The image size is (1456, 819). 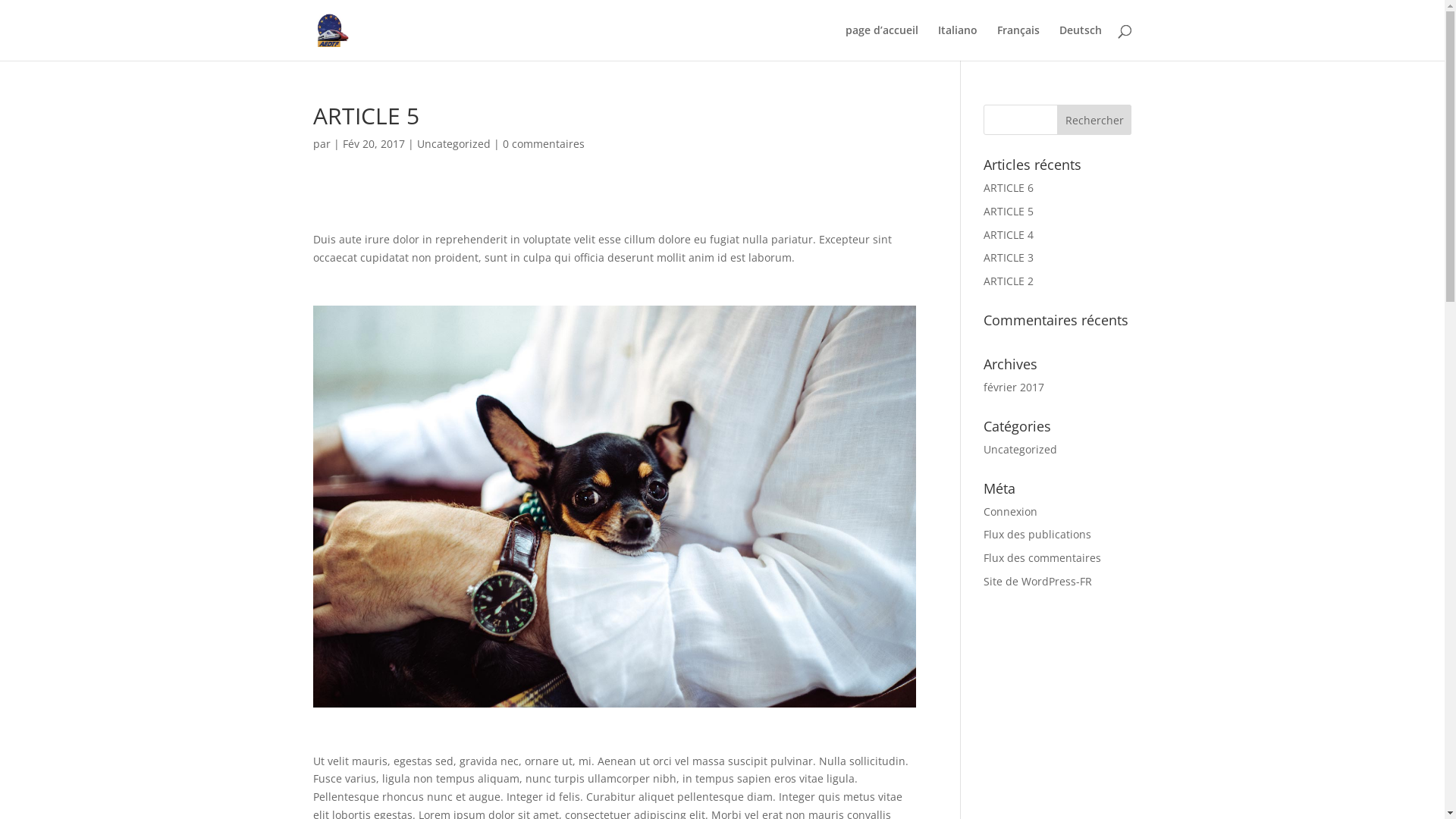 What do you see at coordinates (1008, 256) in the screenshot?
I see `'ARTICLE 3'` at bounding box center [1008, 256].